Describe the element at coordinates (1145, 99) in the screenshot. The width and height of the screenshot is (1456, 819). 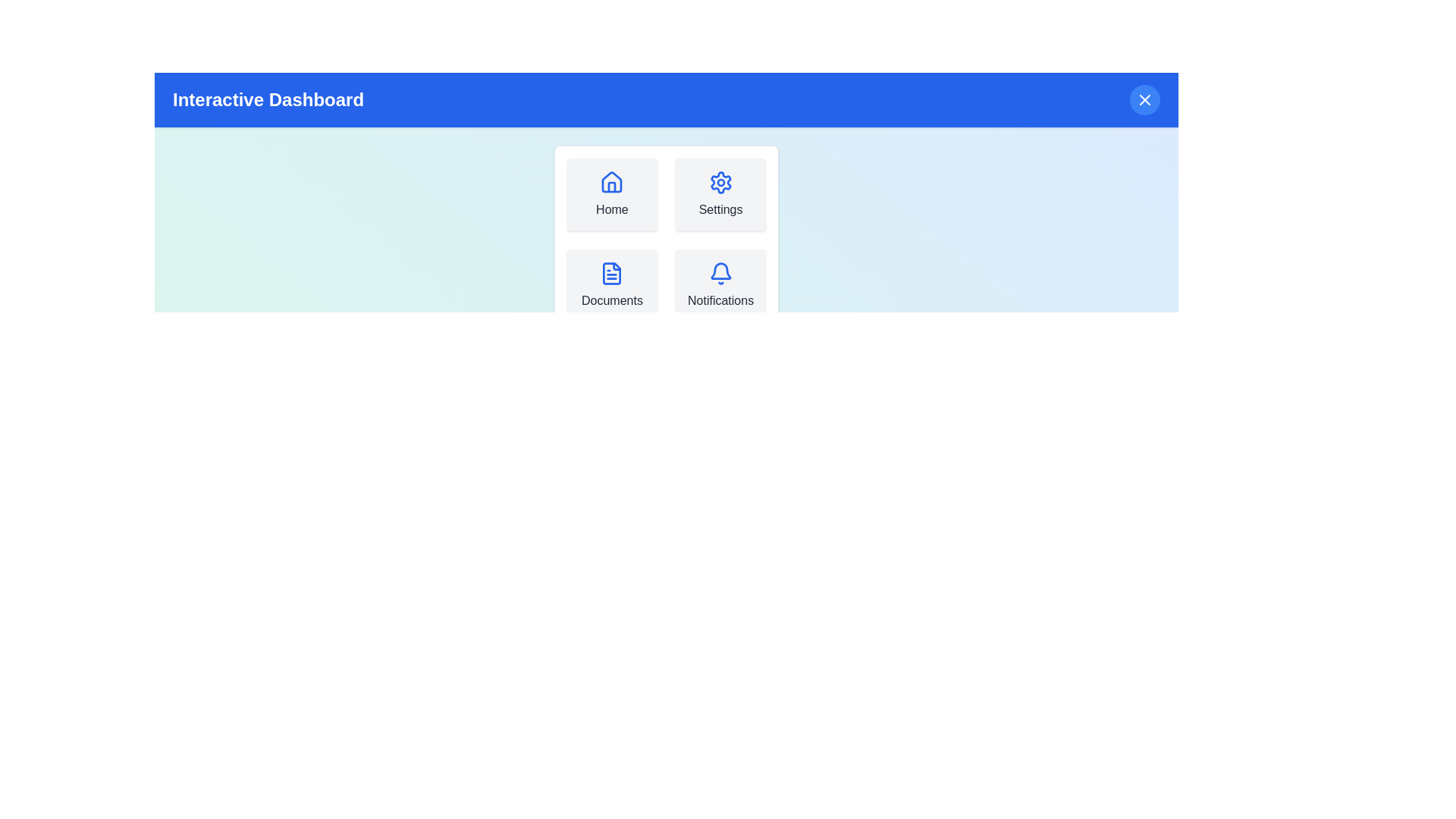
I see `the toggle button in the header to change the menu visibility` at that location.